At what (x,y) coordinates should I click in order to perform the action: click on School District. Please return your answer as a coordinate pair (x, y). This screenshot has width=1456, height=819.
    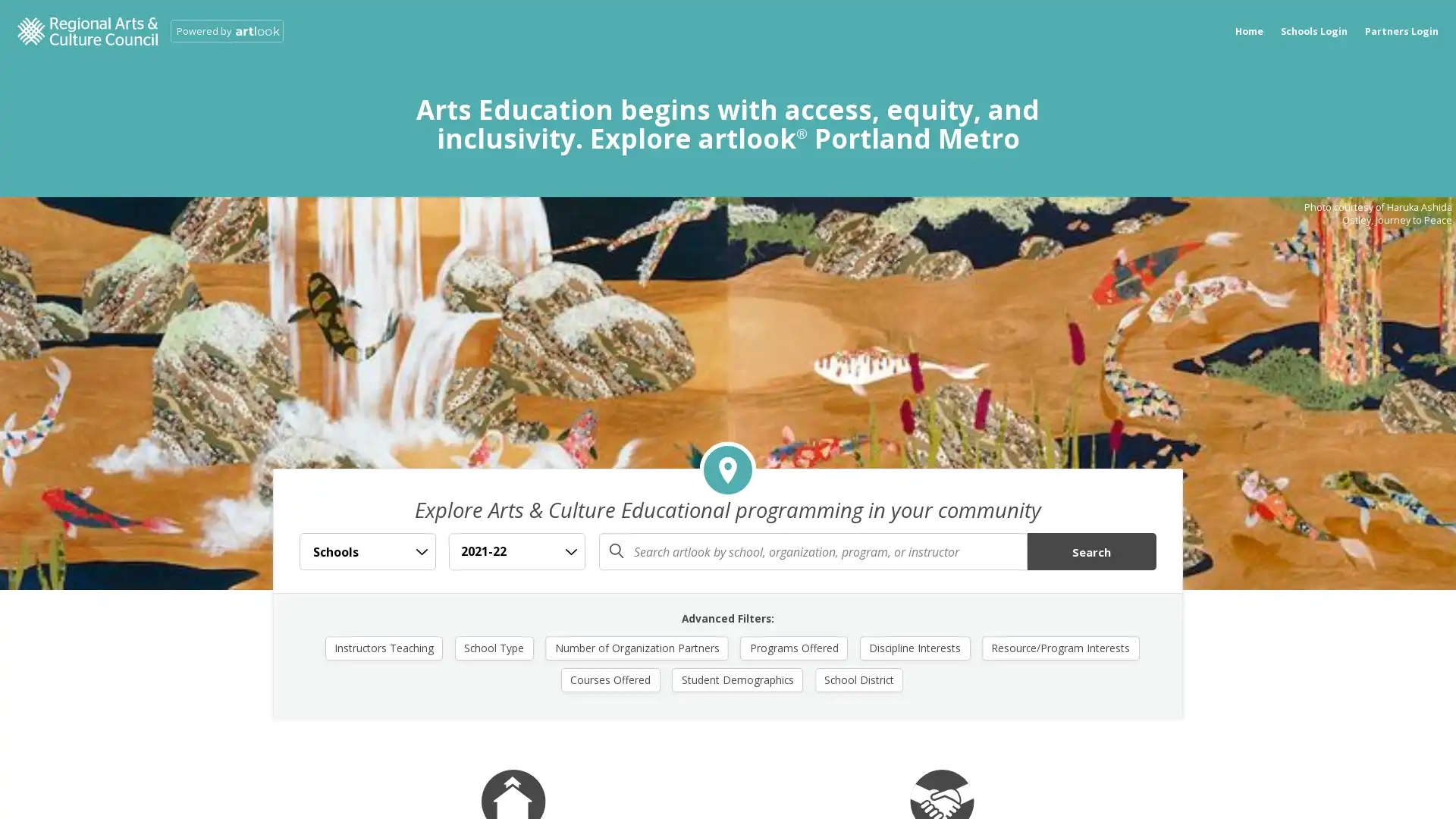
    Looking at the image, I should click on (858, 678).